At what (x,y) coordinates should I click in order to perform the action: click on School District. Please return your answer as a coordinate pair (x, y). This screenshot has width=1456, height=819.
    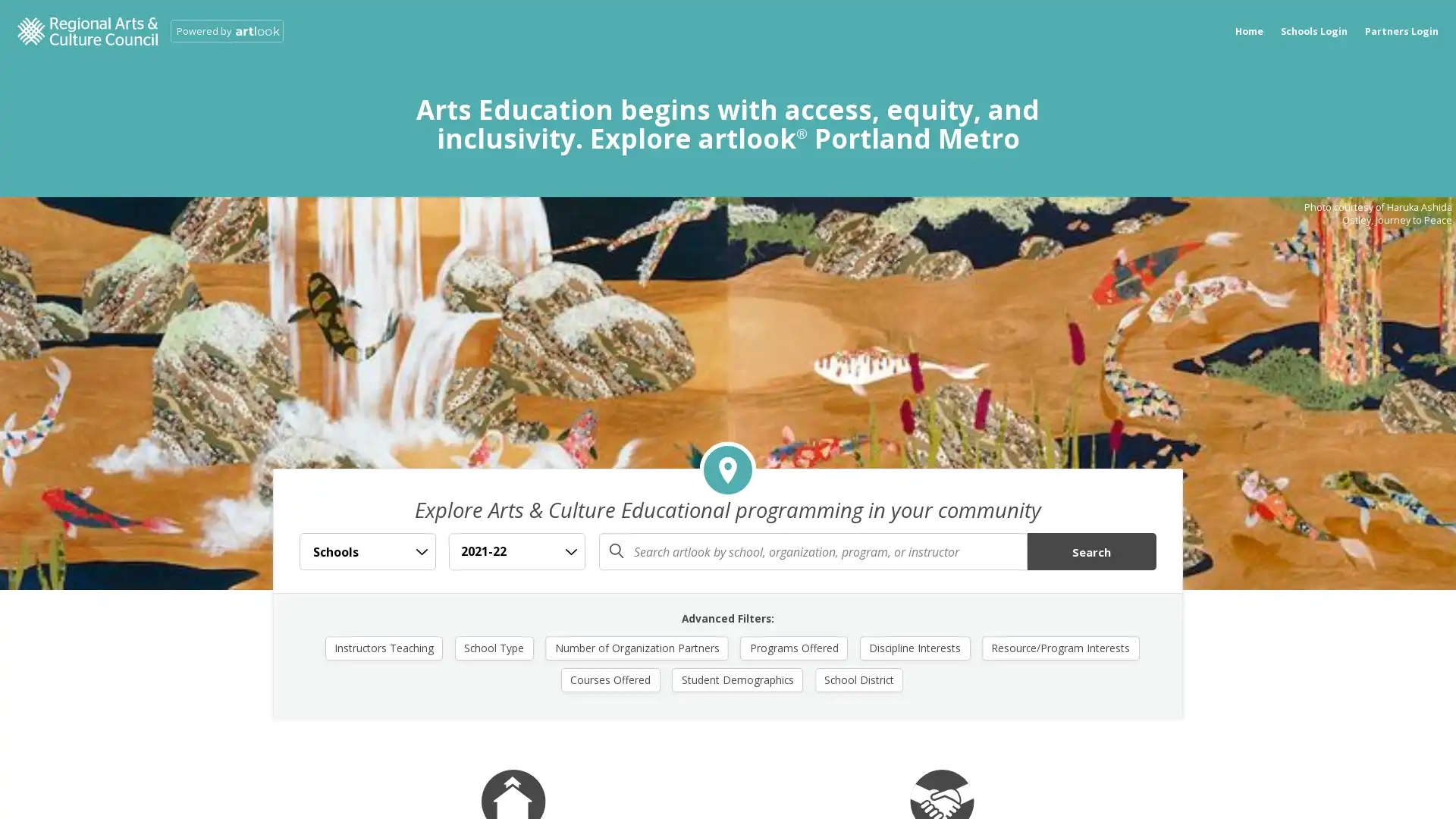
    Looking at the image, I should click on (858, 678).